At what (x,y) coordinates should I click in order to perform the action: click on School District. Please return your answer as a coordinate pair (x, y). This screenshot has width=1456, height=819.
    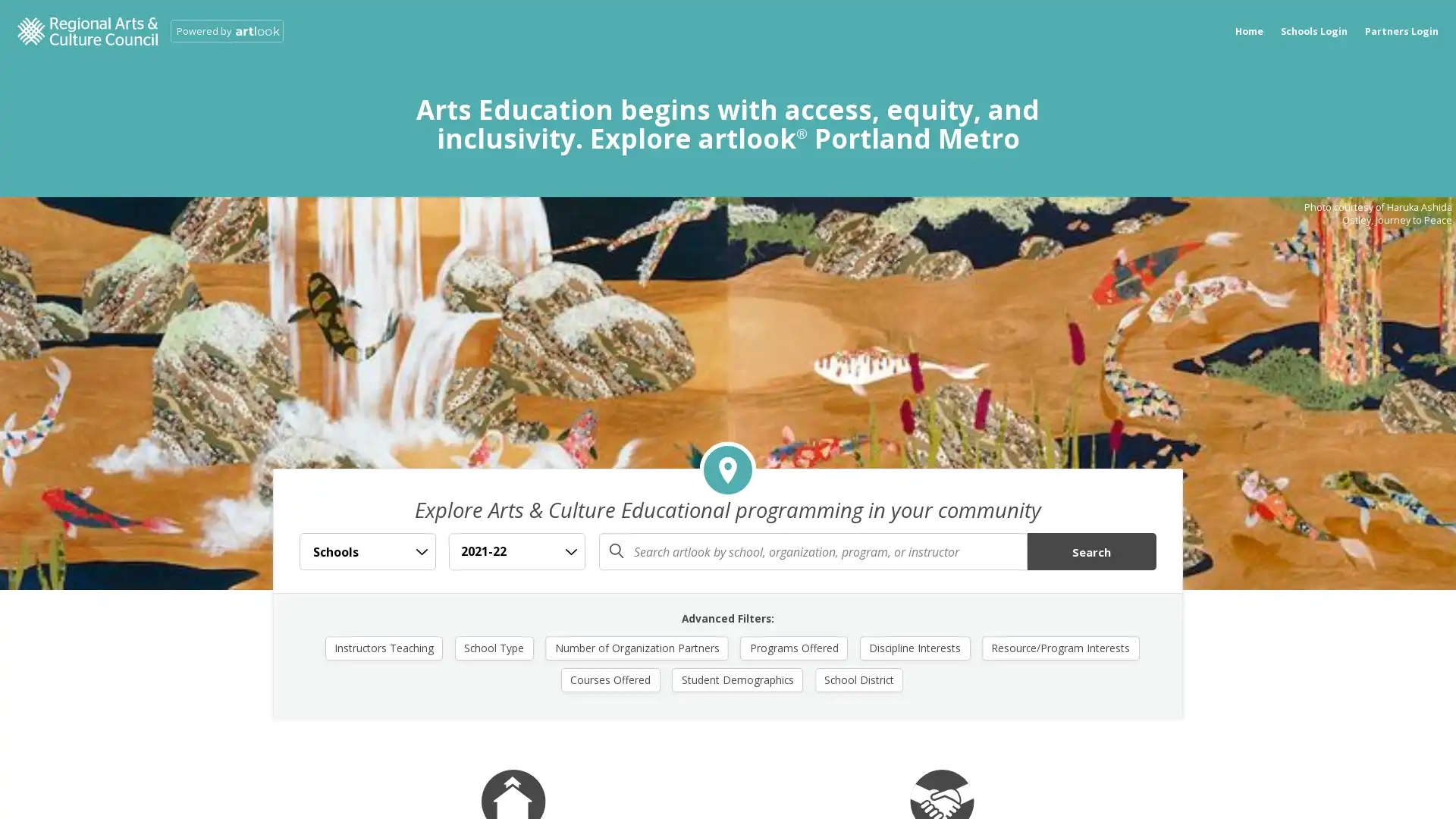
    Looking at the image, I should click on (858, 678).